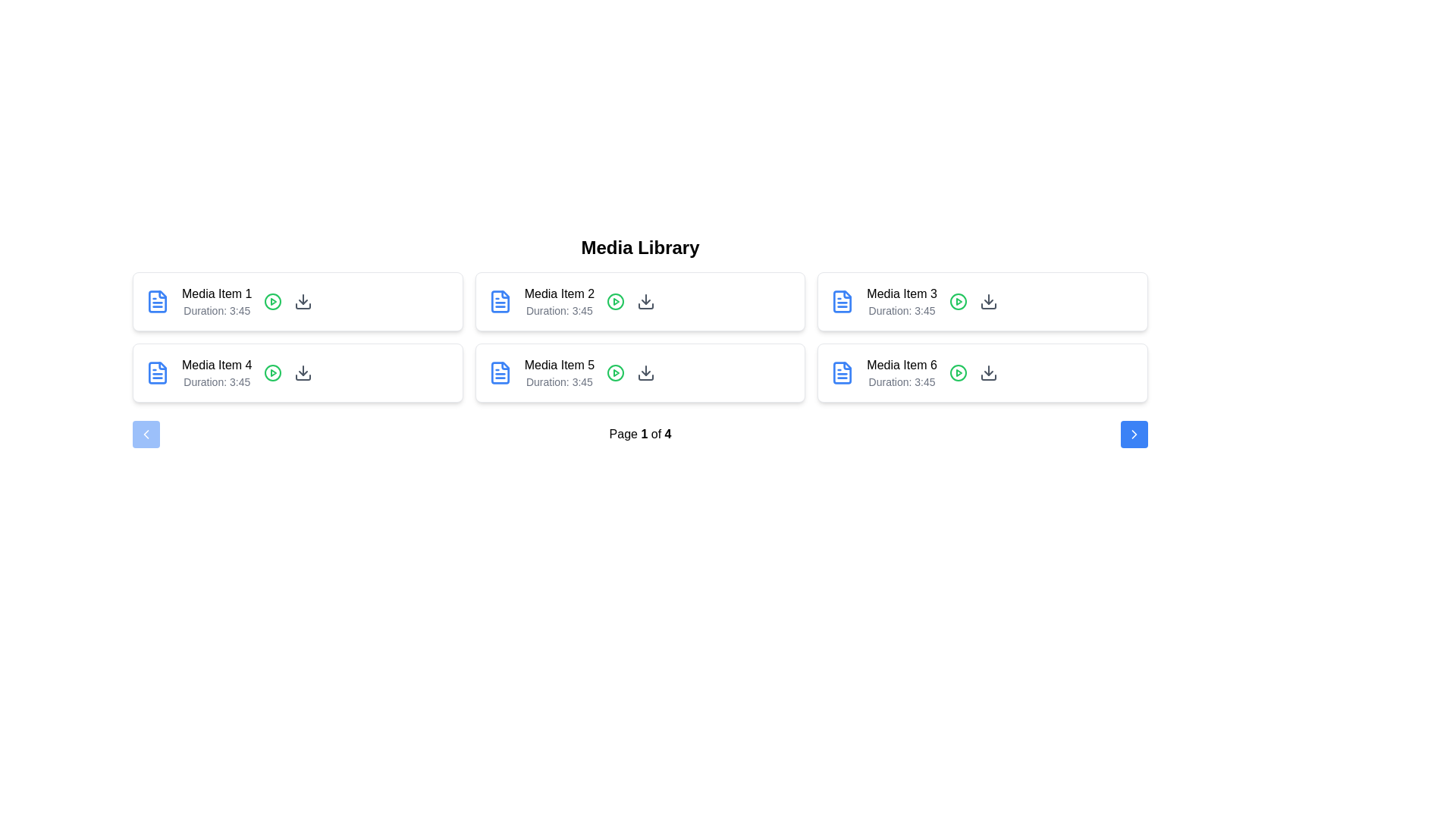 The image size is (1456, 819). I want to click on circular element with a green outline and white interior, part of the play button icon situated in the top-left quadrant of the interface, adjacent to 'Media Item 1', so click(273, 301).